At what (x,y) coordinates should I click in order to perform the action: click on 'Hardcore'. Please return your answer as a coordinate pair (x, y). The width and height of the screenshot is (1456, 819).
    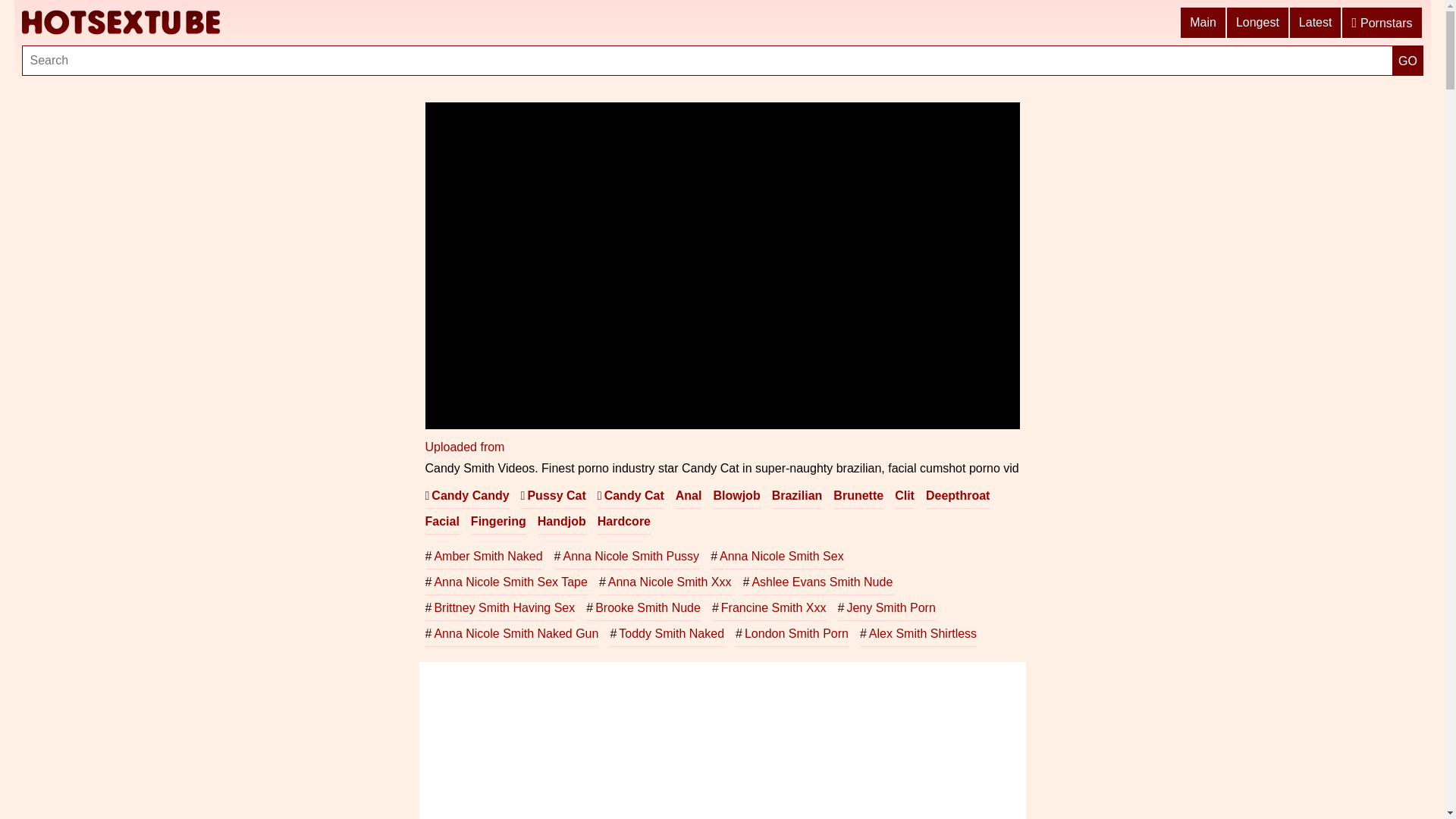
    Looking at the image, I should click on (596, 520).